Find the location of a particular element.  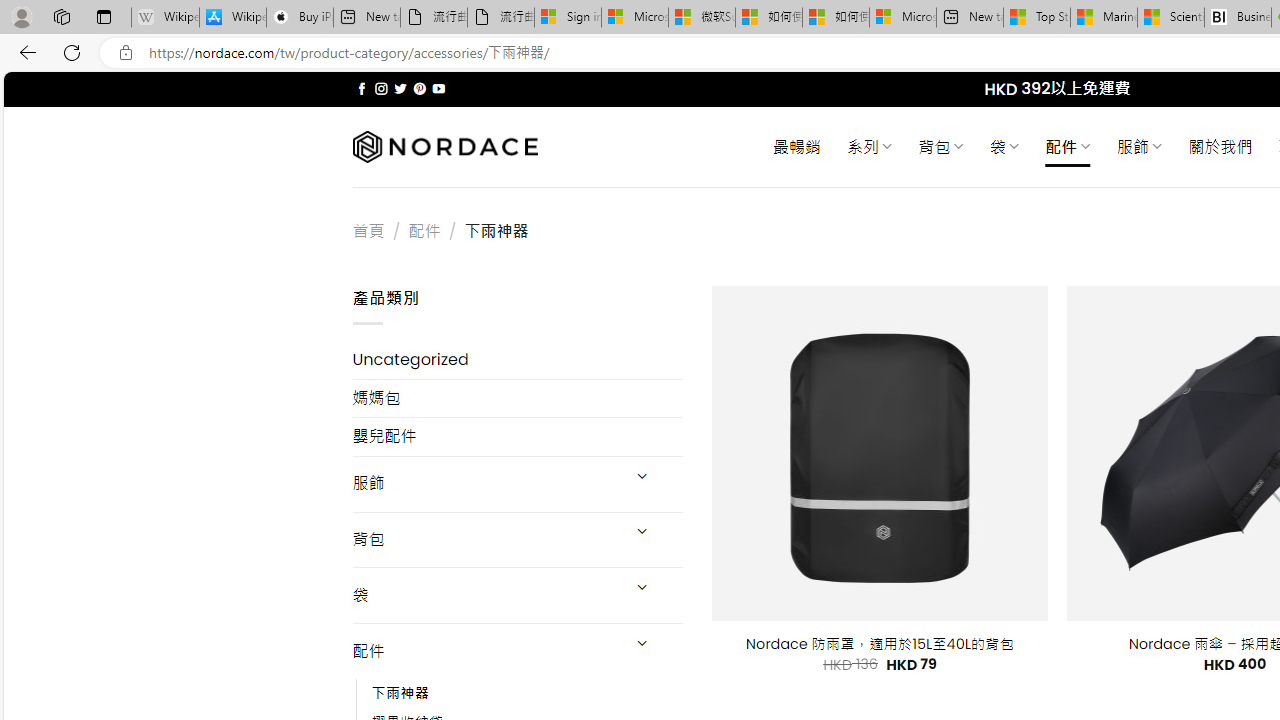

'Marine life - MSN' is located at coordinates (1103, 17).